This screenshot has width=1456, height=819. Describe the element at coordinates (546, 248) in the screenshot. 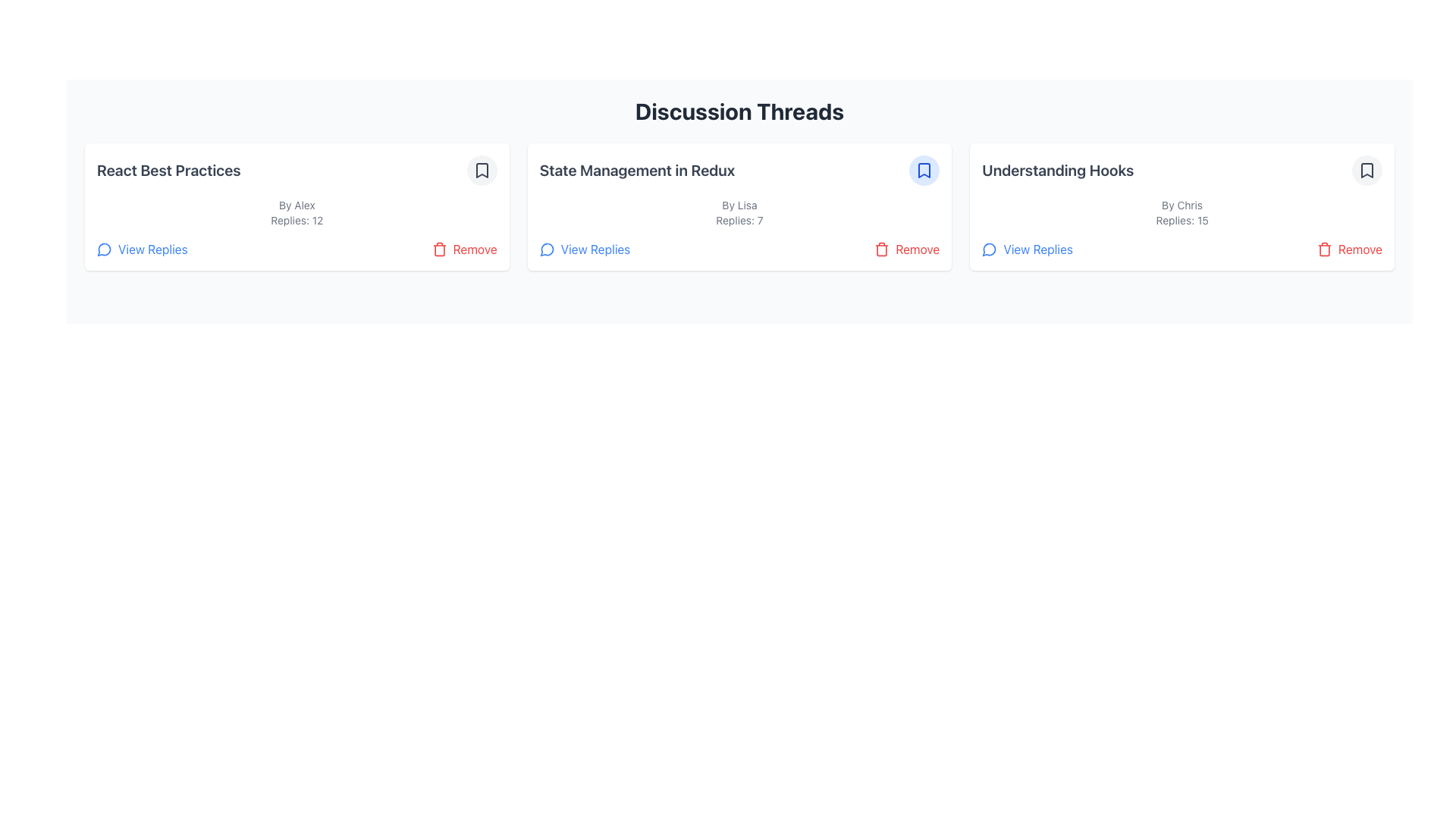

I see `the blue chat bubble icon located on the leftmost side of the 'View Replies' link in the 'State Management in Redux' panel` at that location.